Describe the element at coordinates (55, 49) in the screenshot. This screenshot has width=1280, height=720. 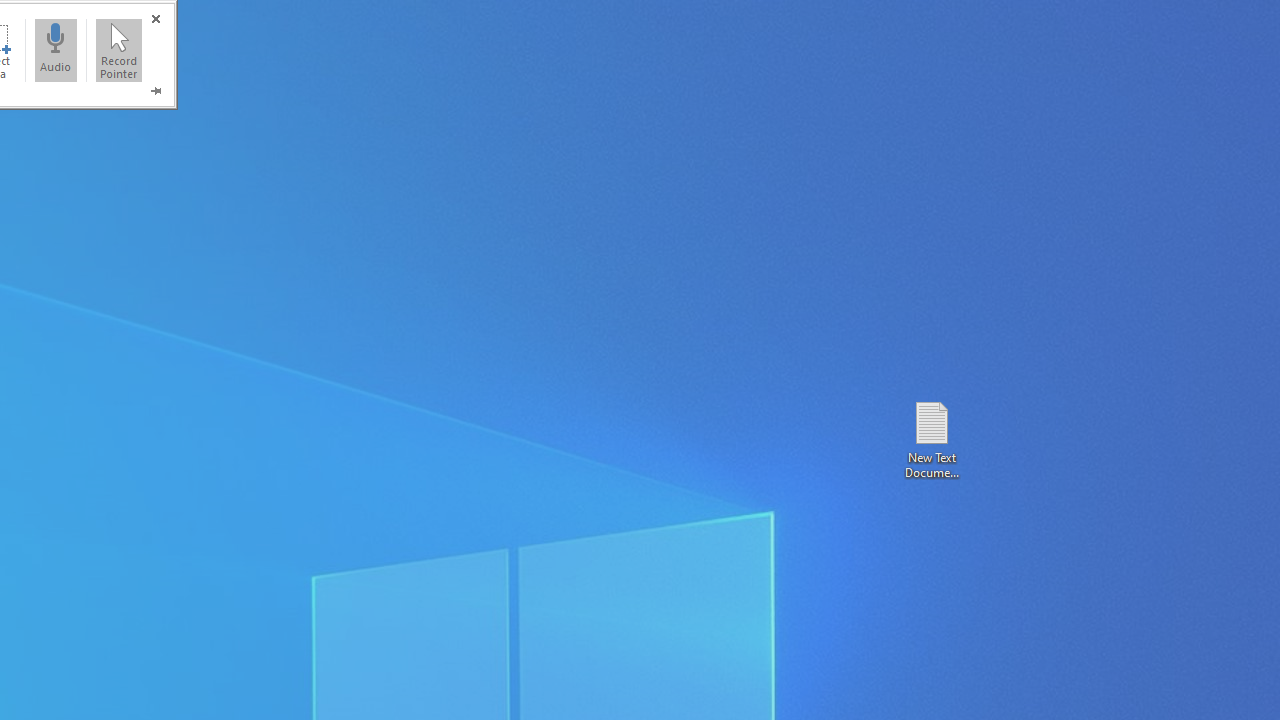
I see `'Audio'` at that location.